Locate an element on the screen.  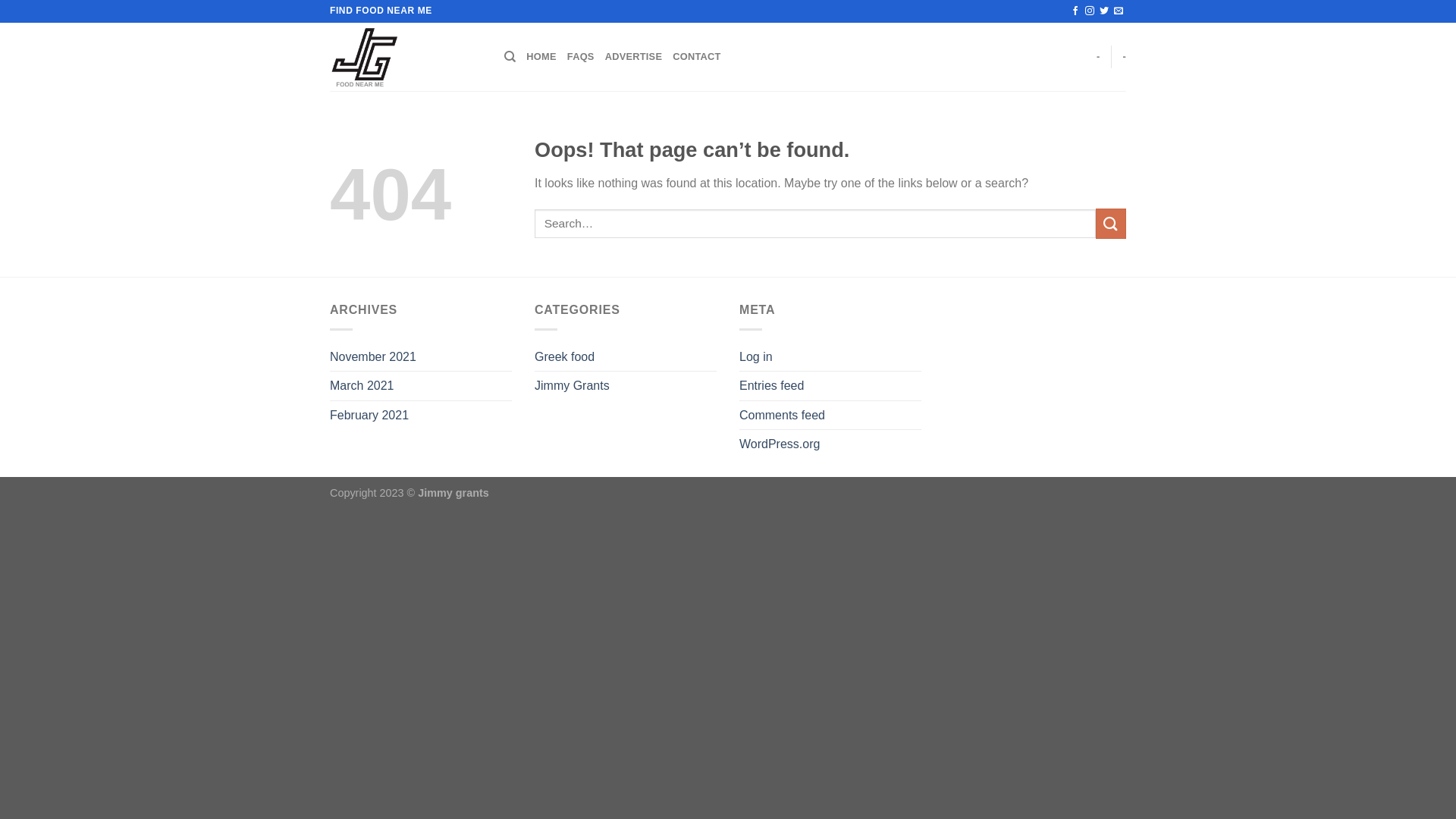
'-' is located at coordinates (1096, 55).